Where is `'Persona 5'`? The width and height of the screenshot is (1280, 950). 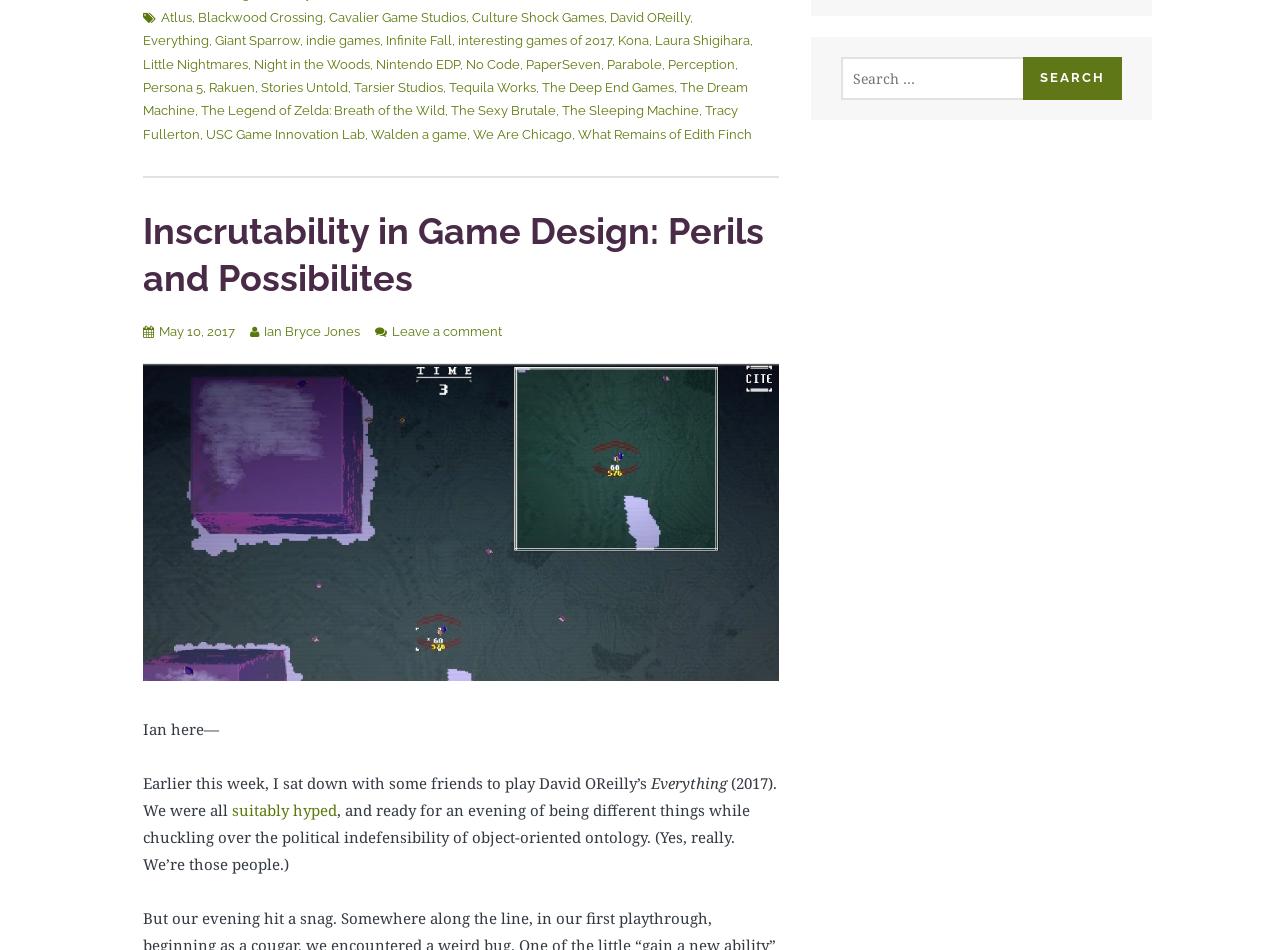 'Persona 5' is located at coordinates (173, 87).